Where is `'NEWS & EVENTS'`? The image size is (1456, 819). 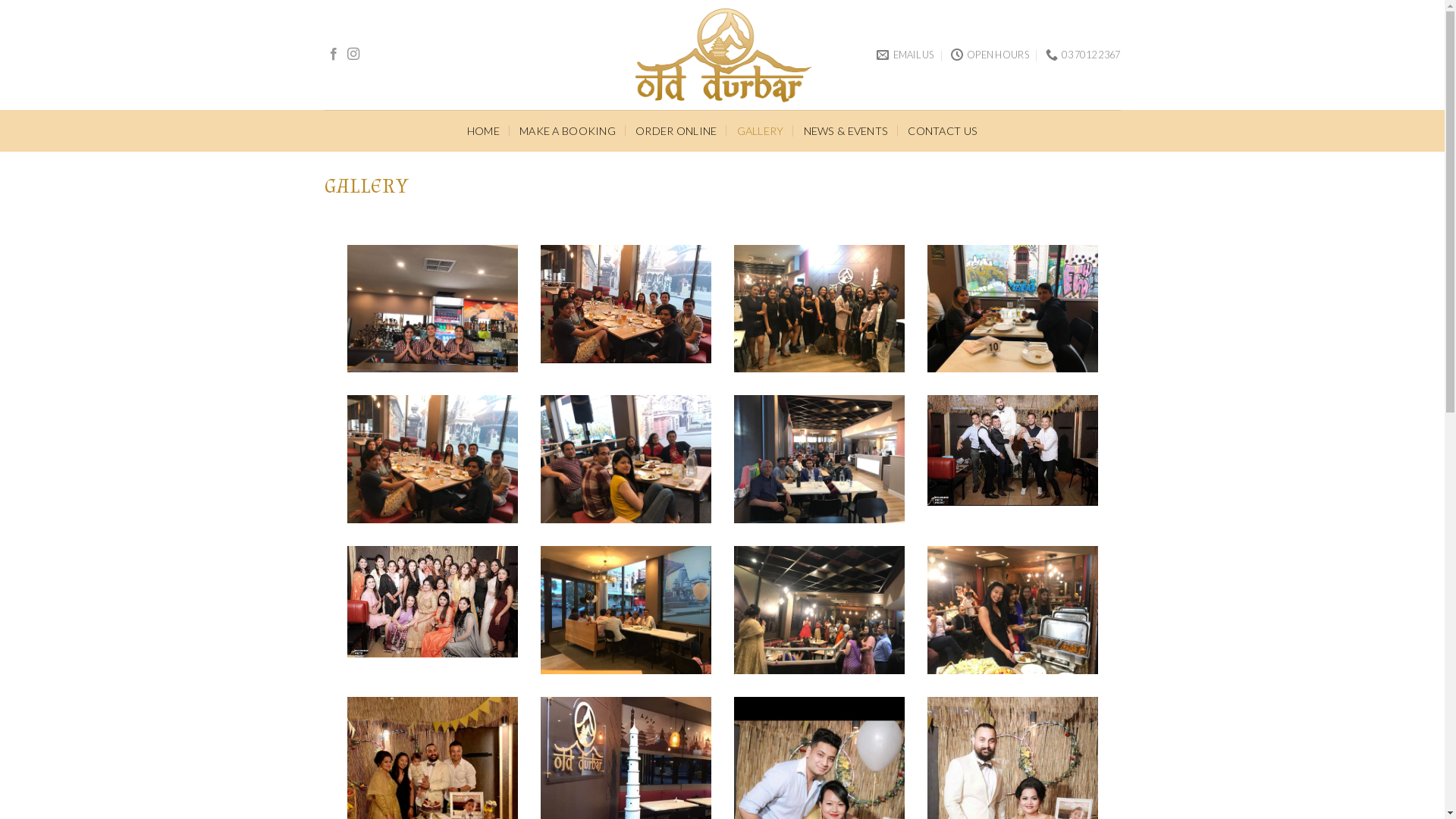
'NEWS & EVENTS' is located at coordinates (846, 130).